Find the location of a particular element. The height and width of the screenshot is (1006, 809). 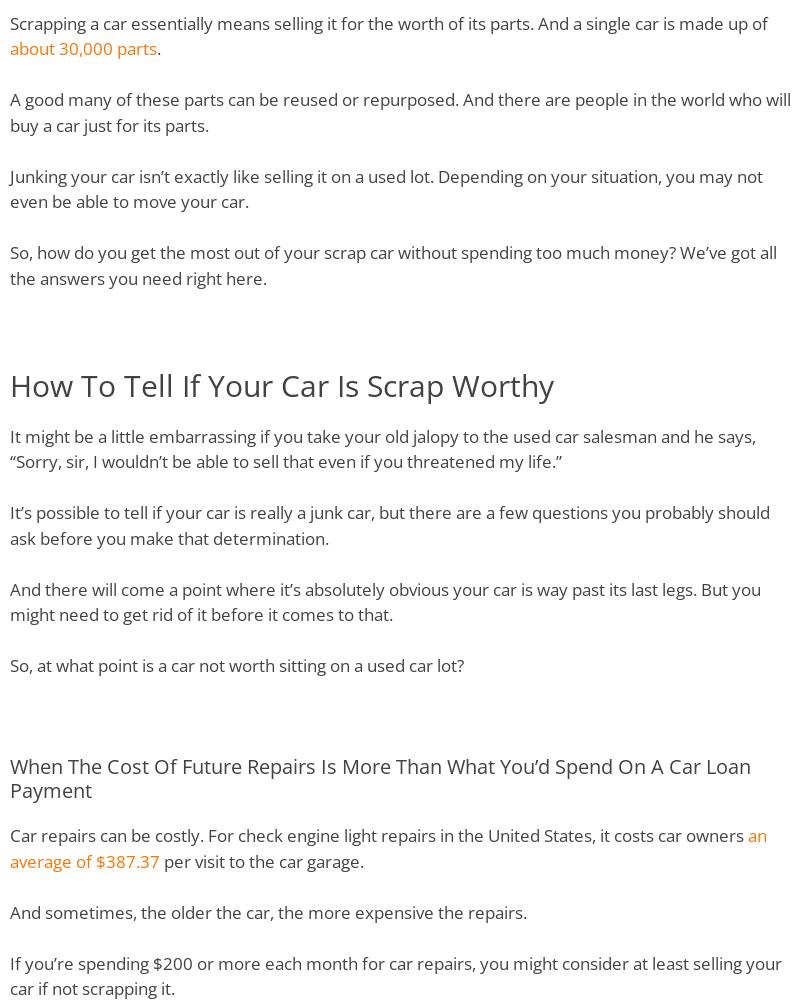

'A good many of these parts can be reused or repurposed. And there are people in the world who will buy a car just for its parts.' is located at coordinates (400, 111).